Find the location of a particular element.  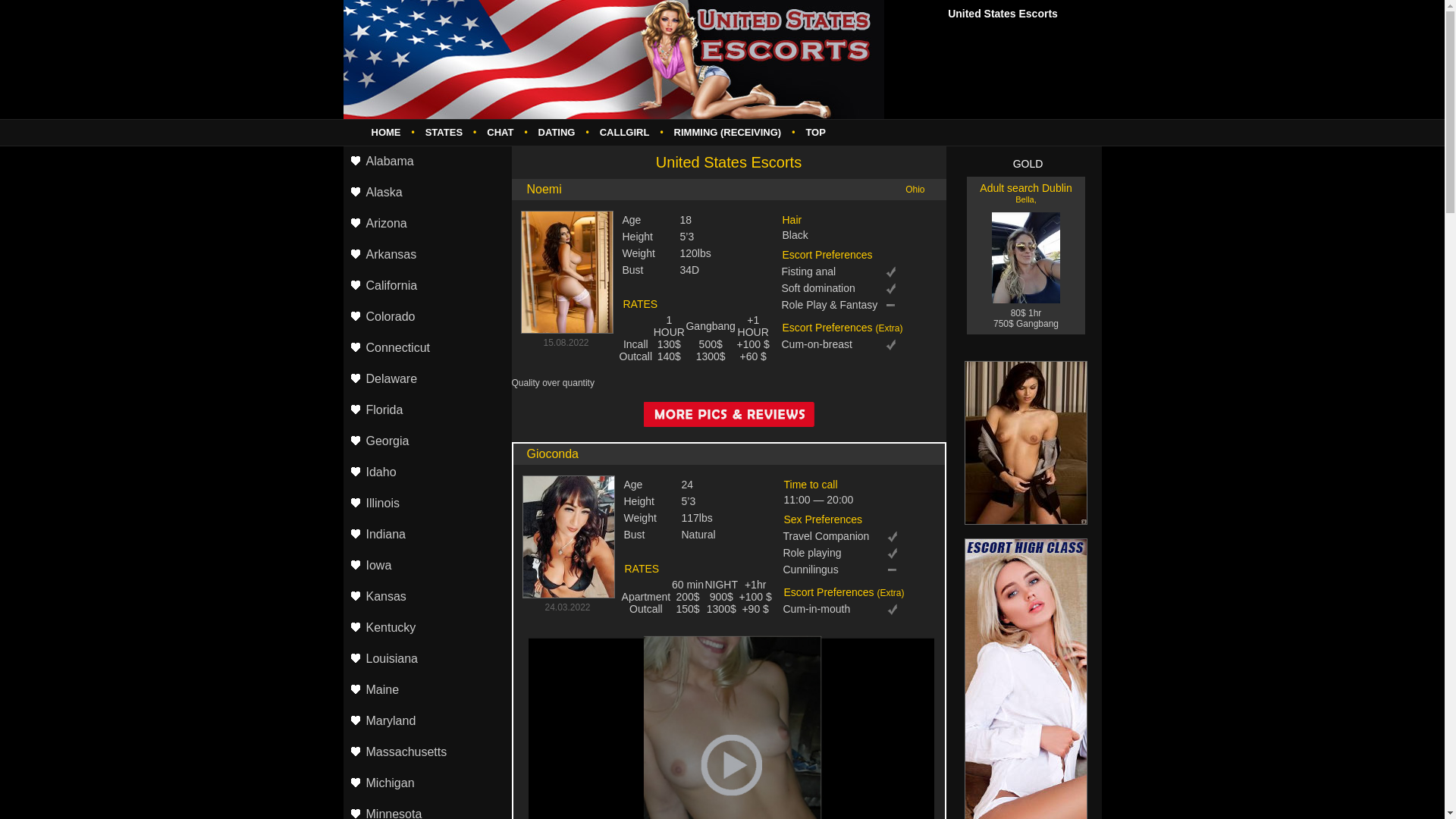

'Michigan' is located at coordinates (425, 783).